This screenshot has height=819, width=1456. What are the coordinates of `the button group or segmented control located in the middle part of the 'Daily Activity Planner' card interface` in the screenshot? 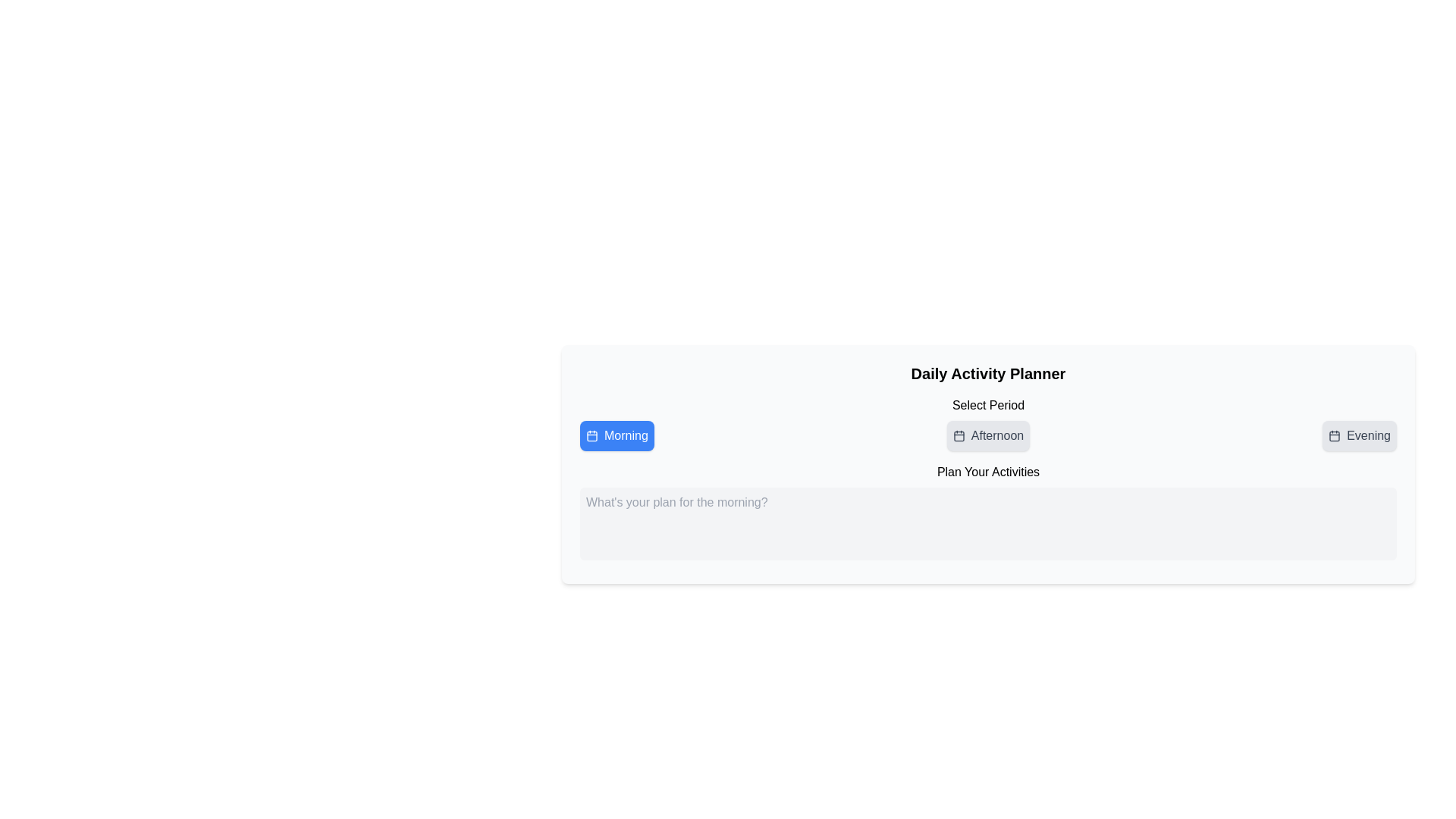 It's located at (988, 424).